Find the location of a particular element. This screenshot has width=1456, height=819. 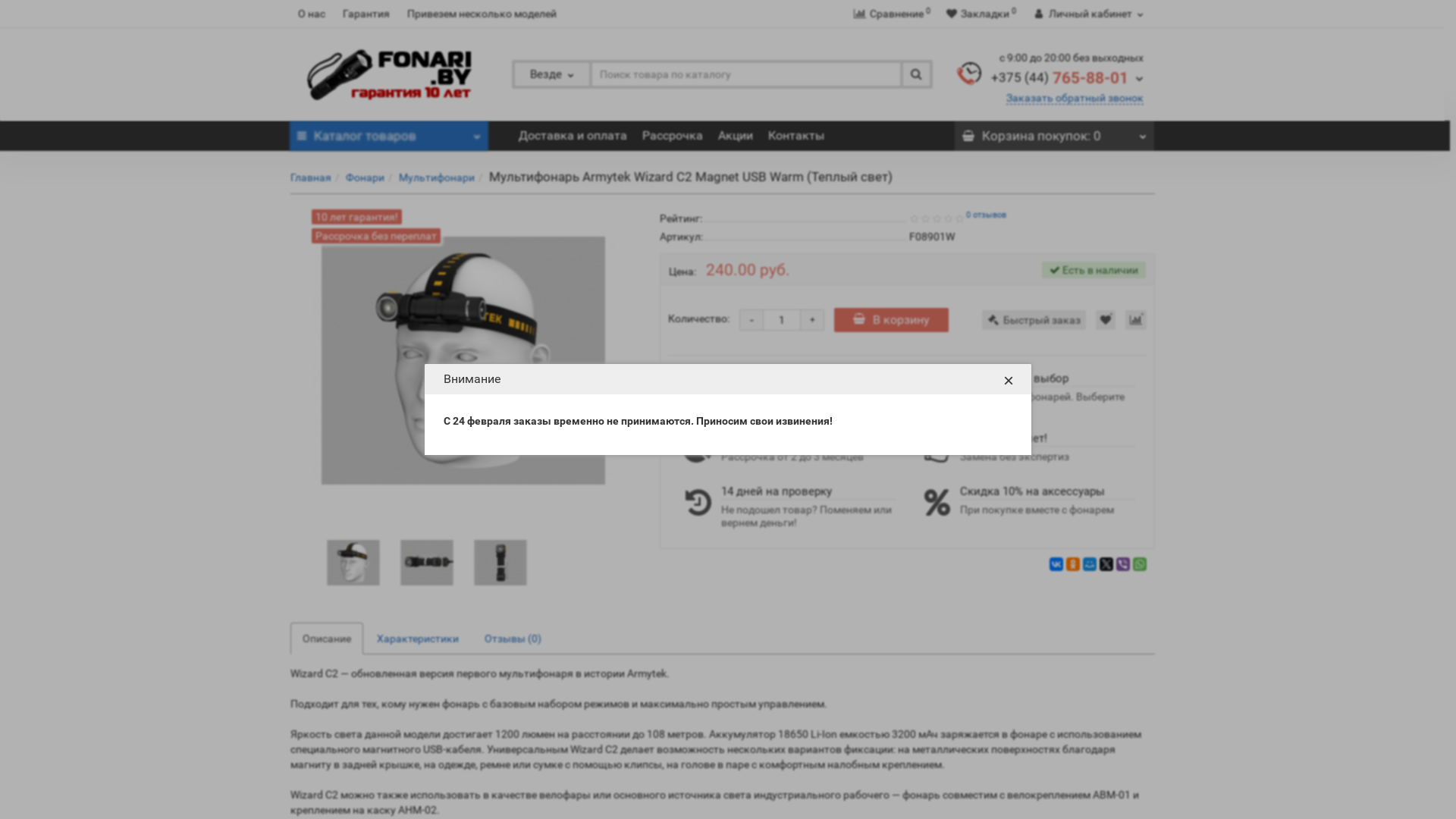

'Twitter' is located at coordinates (1106, 564).